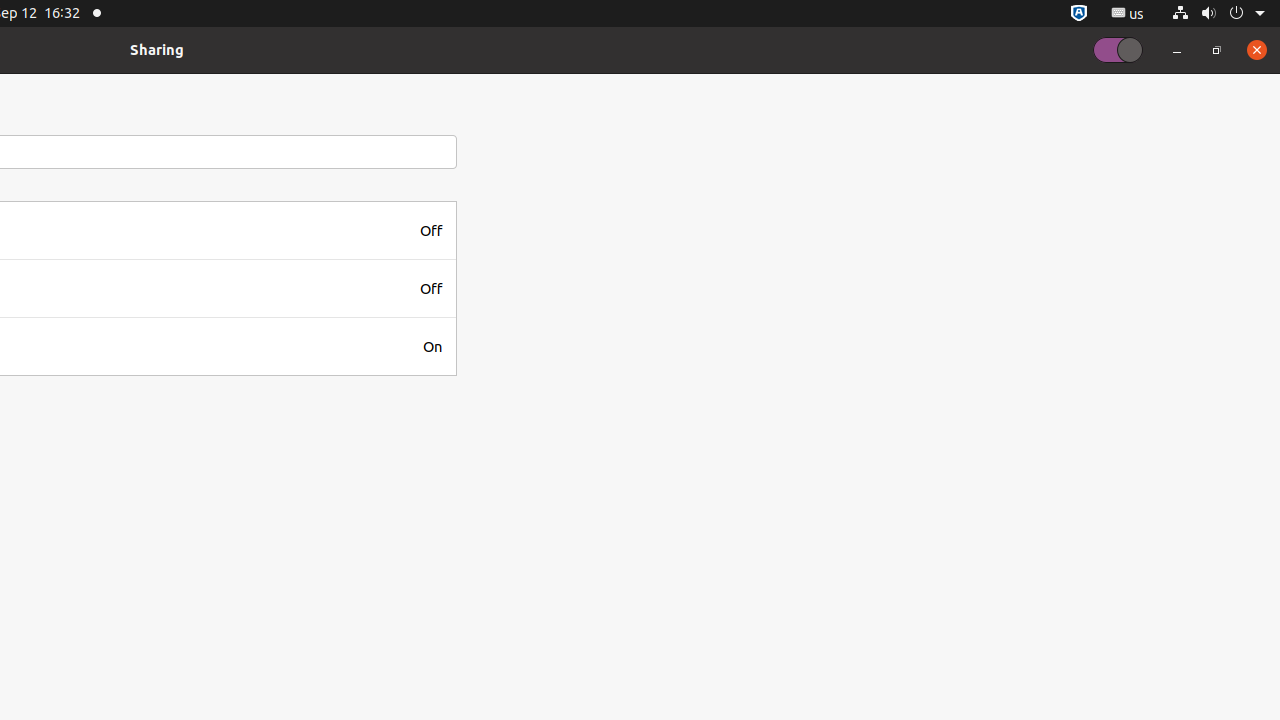 This screenshot has height=720, width=1280. What do you see at coordinates (1216, 48) in the screenshot?
I see `'Restore'` at bounding box center [1216, 48].